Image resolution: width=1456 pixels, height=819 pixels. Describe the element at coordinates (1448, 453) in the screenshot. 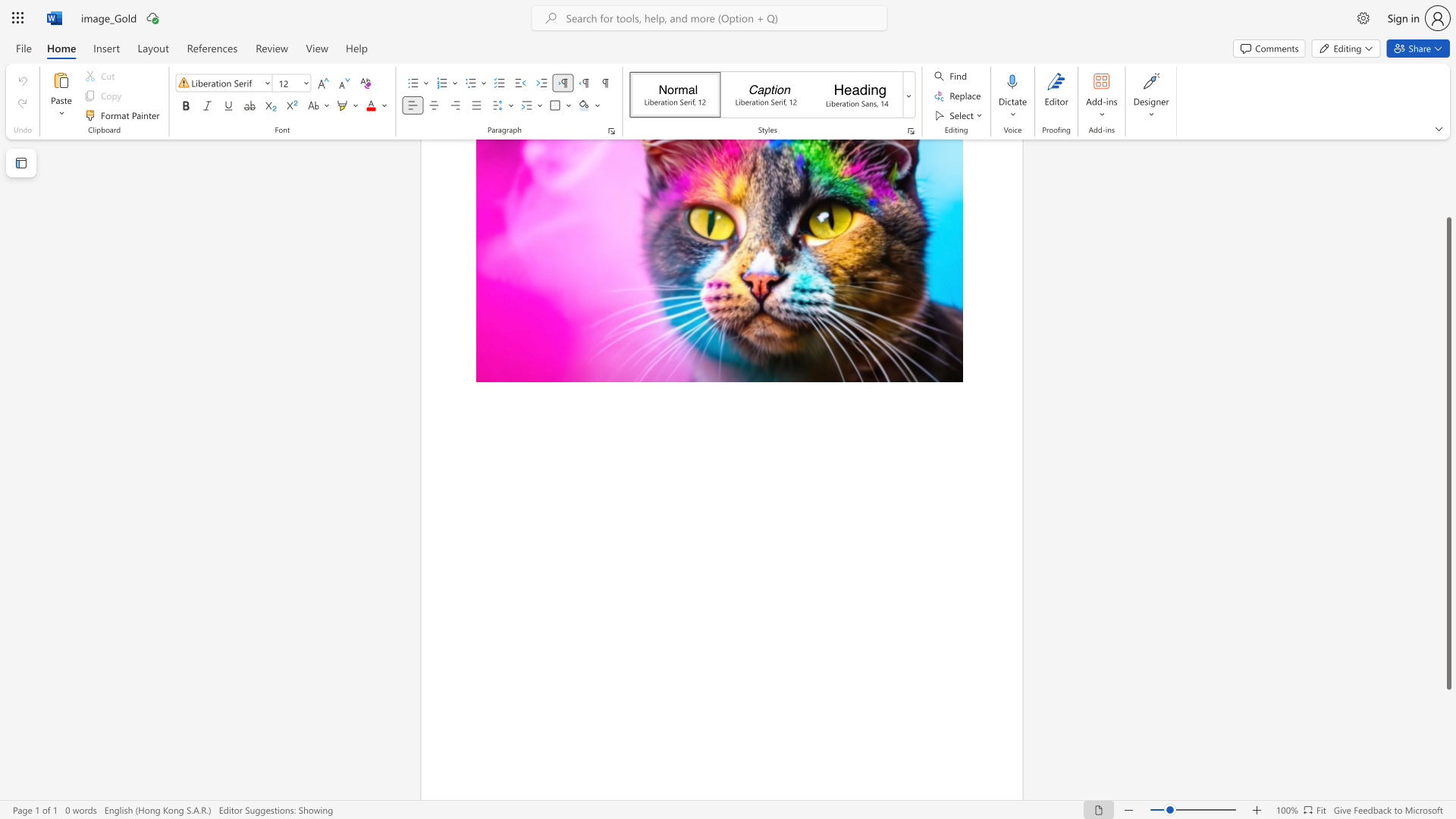

I see `the scrollbar and move up 110 pixels` at that location.